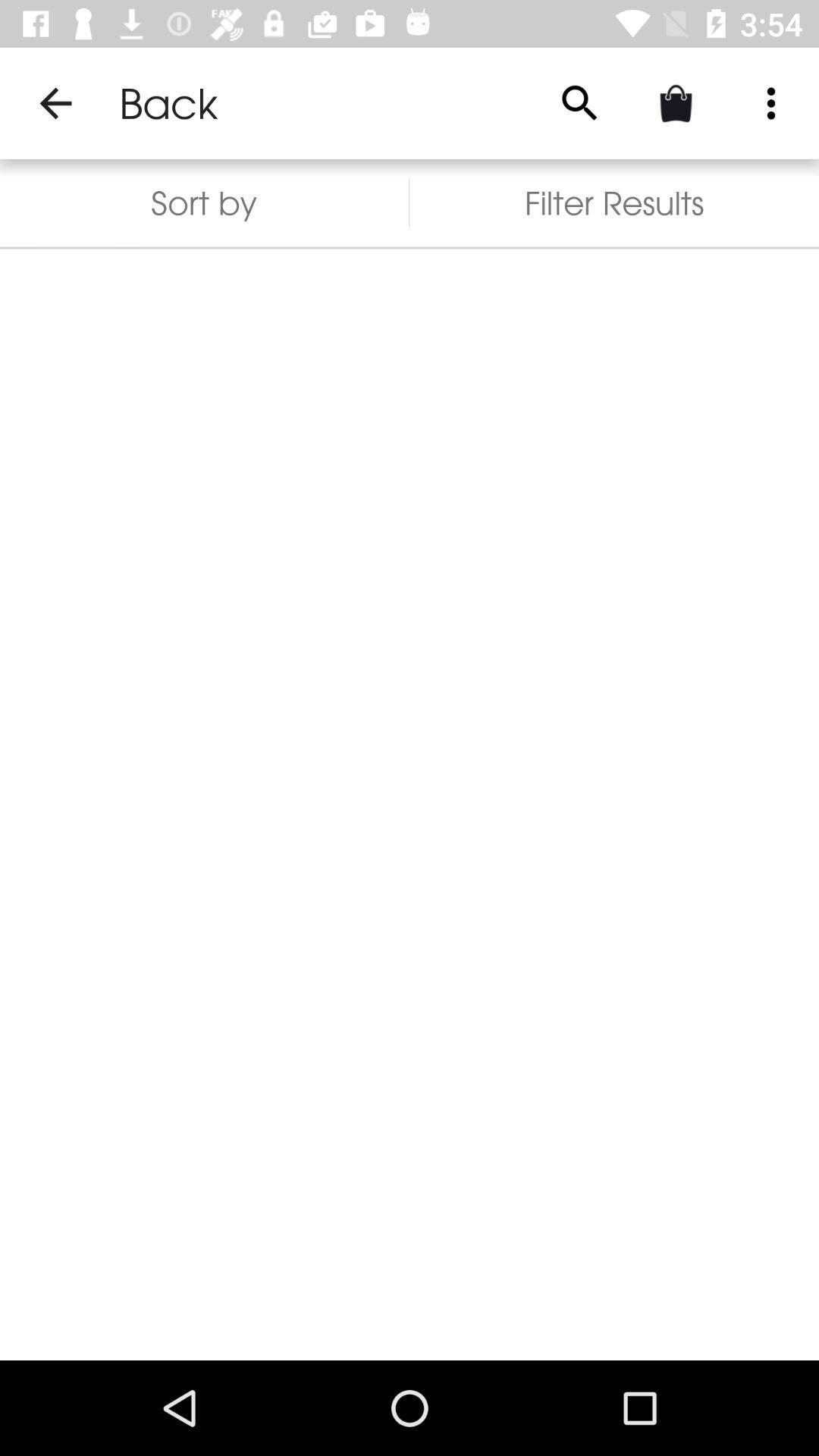 This screenshot has height=1456, width=819. What do you see at coordinates (614, 202) in the screenshot?
I see `filter results icon` at bounding box center [614, 202].